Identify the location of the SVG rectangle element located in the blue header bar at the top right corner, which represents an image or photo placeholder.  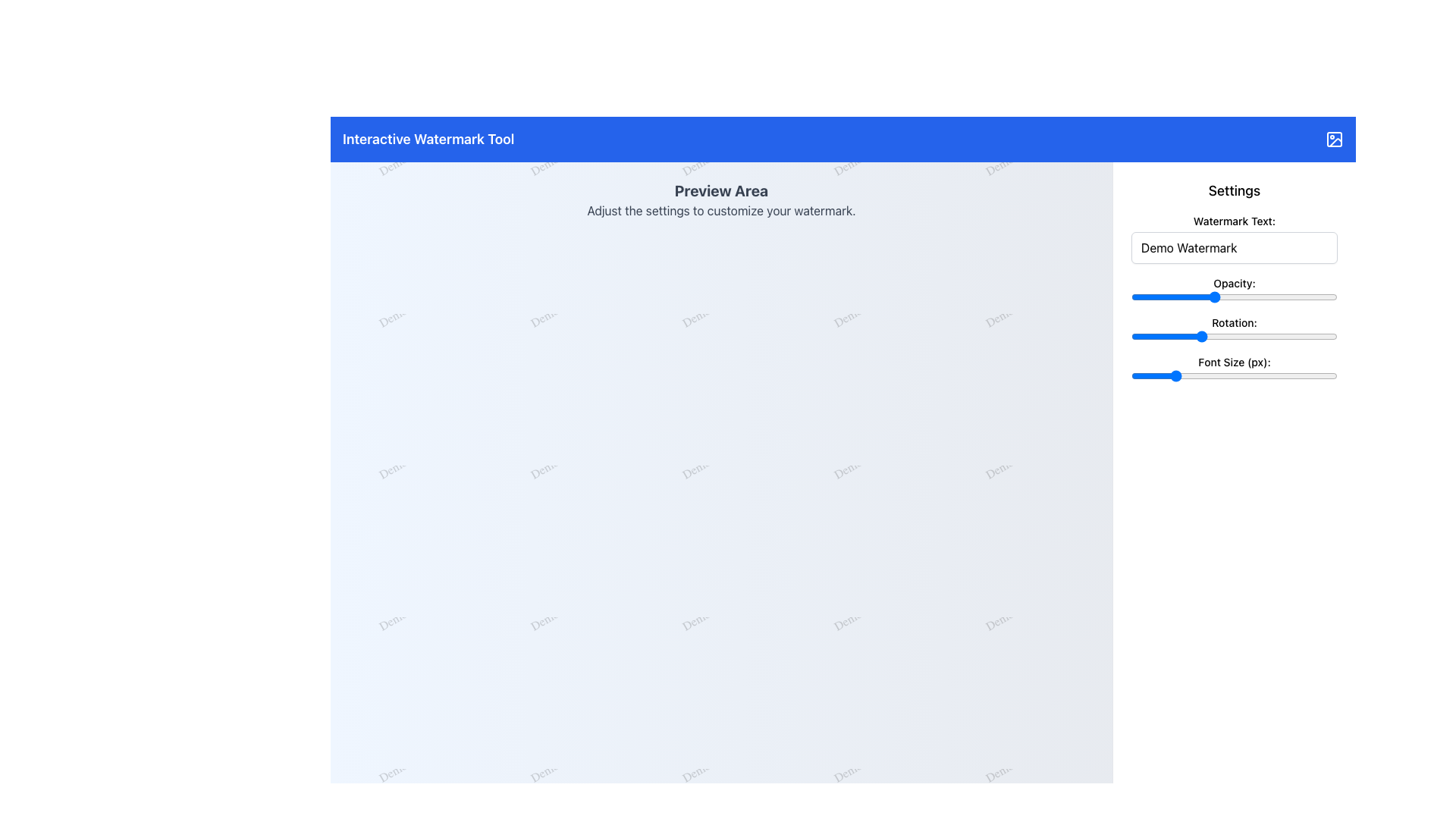
(1335, 140).